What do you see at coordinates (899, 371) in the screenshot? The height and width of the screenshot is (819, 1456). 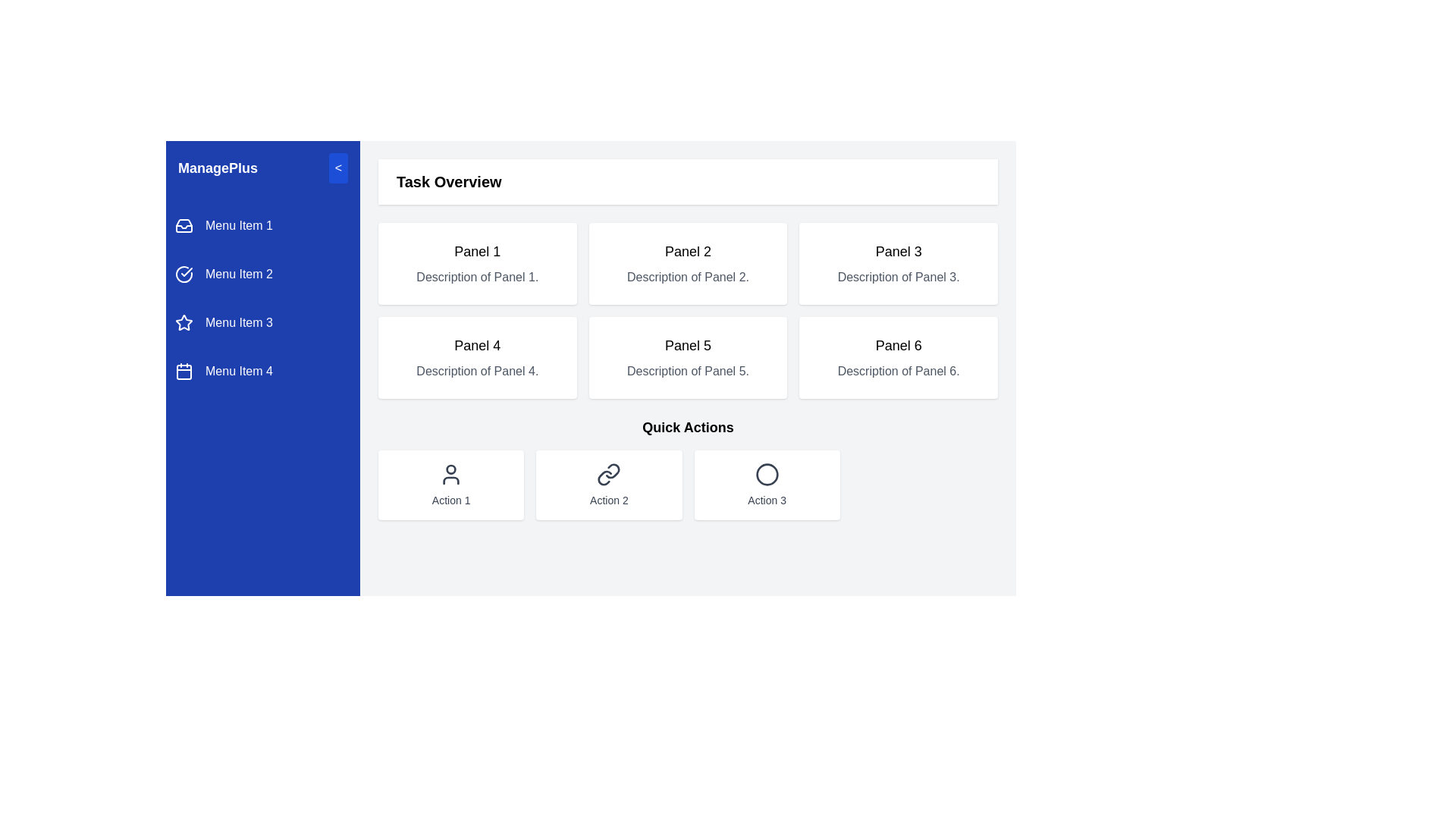 I see `the text component displaying 'Description of Panel 6.' in gray font, located below the heading 'Panel 6' in the bottom-right corner of the grid layout` at bounding box center [899, 371].